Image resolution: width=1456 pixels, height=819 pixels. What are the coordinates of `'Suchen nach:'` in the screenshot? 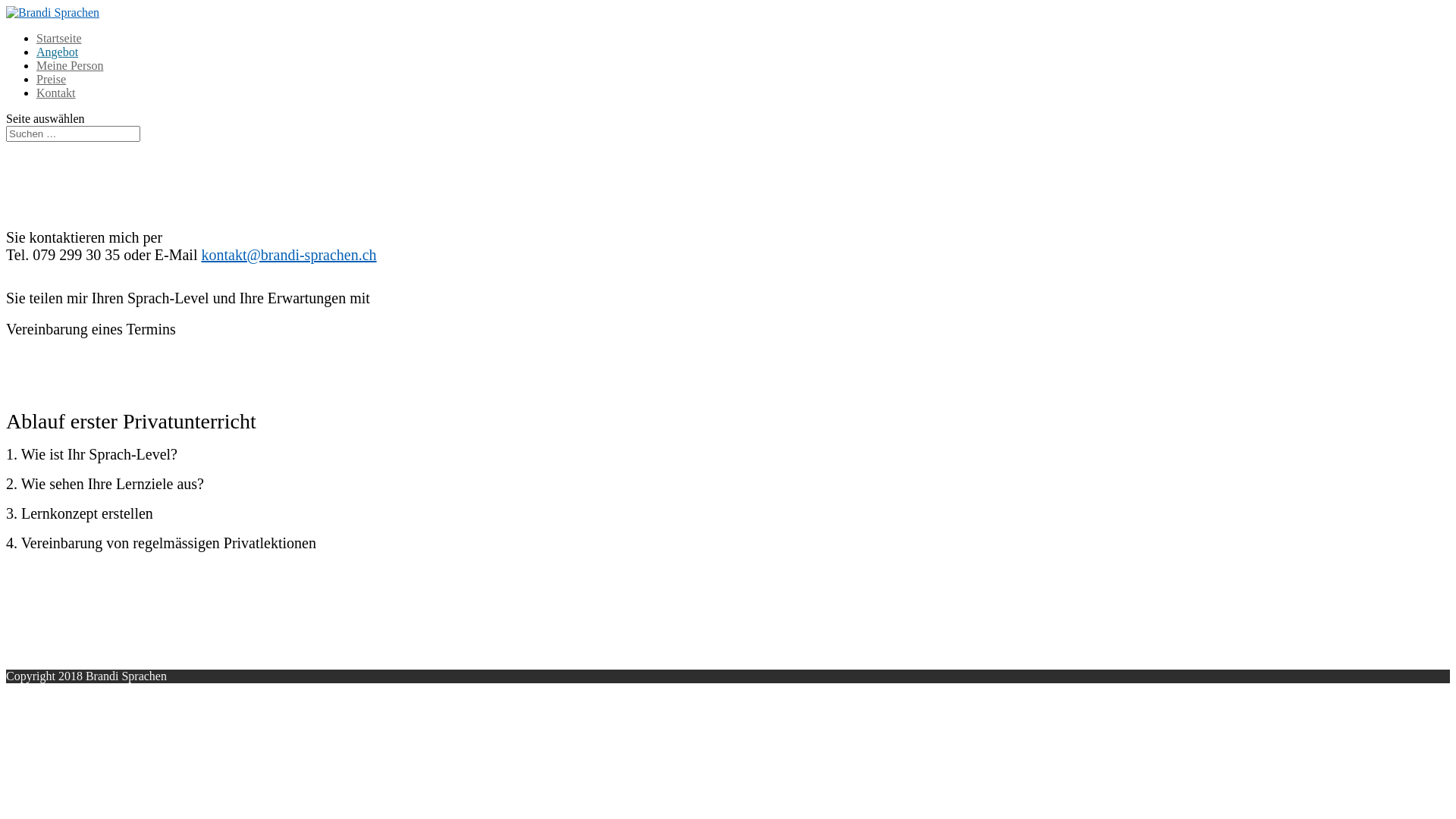 It's located at (72, 133).